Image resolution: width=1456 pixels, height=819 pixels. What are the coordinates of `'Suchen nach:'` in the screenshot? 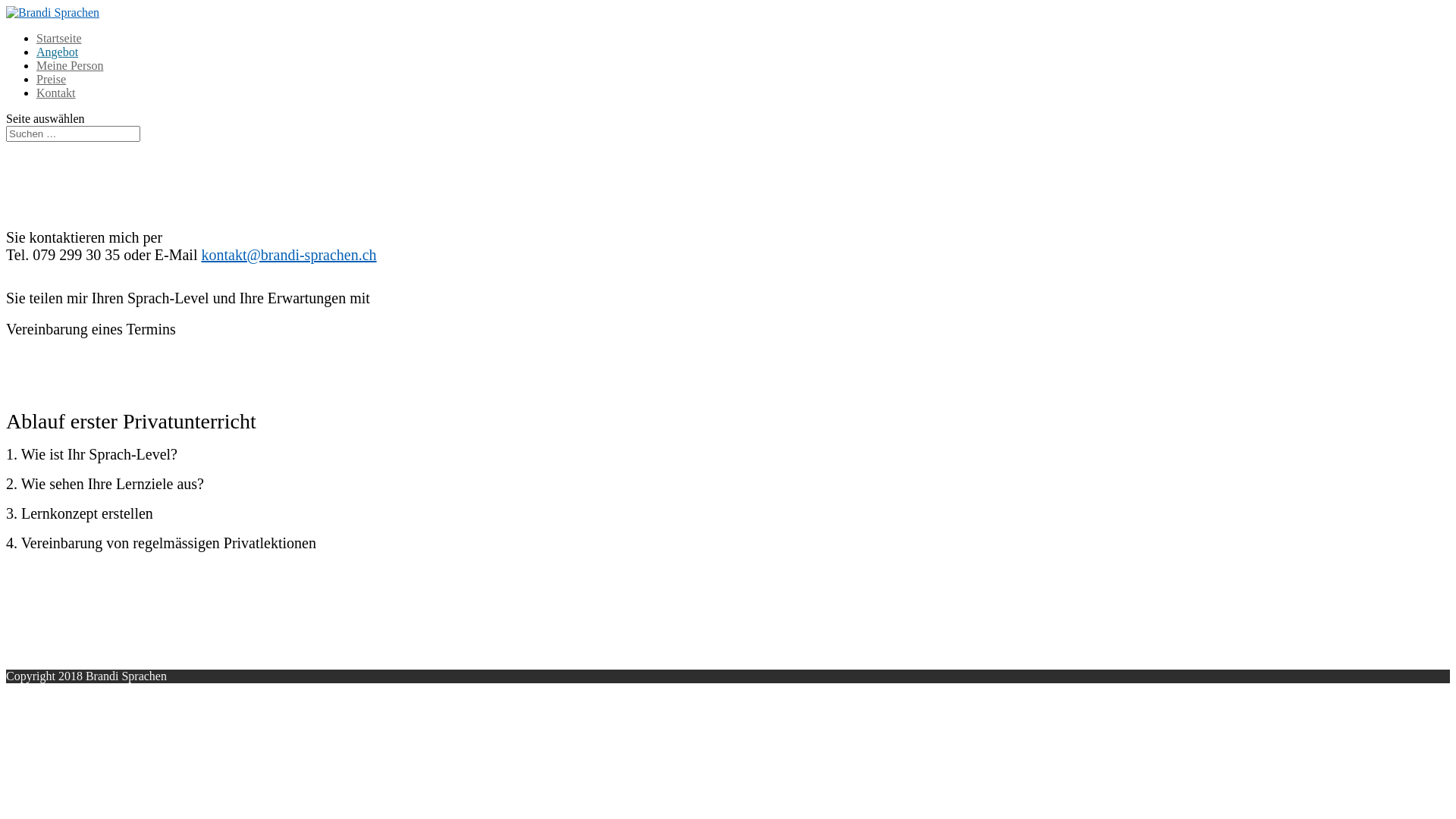 It's located at (72, 133).